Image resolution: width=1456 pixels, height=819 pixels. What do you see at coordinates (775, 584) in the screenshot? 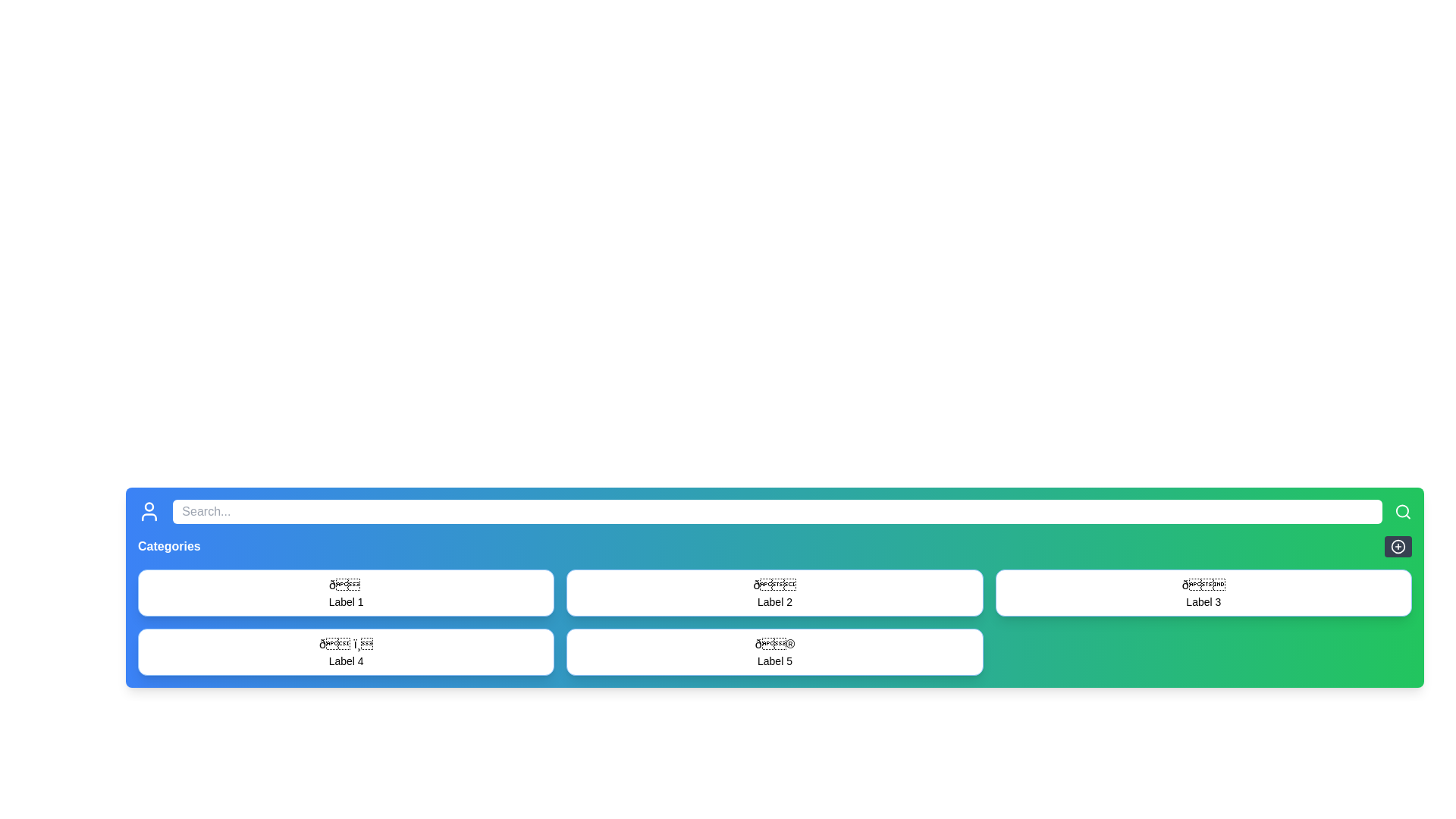
I see `the emoji icon resembling a closed book, which is positioned at the top-center inside the white rounded rectangle labeled 'Label 2'` at bounding box center [775, 584].